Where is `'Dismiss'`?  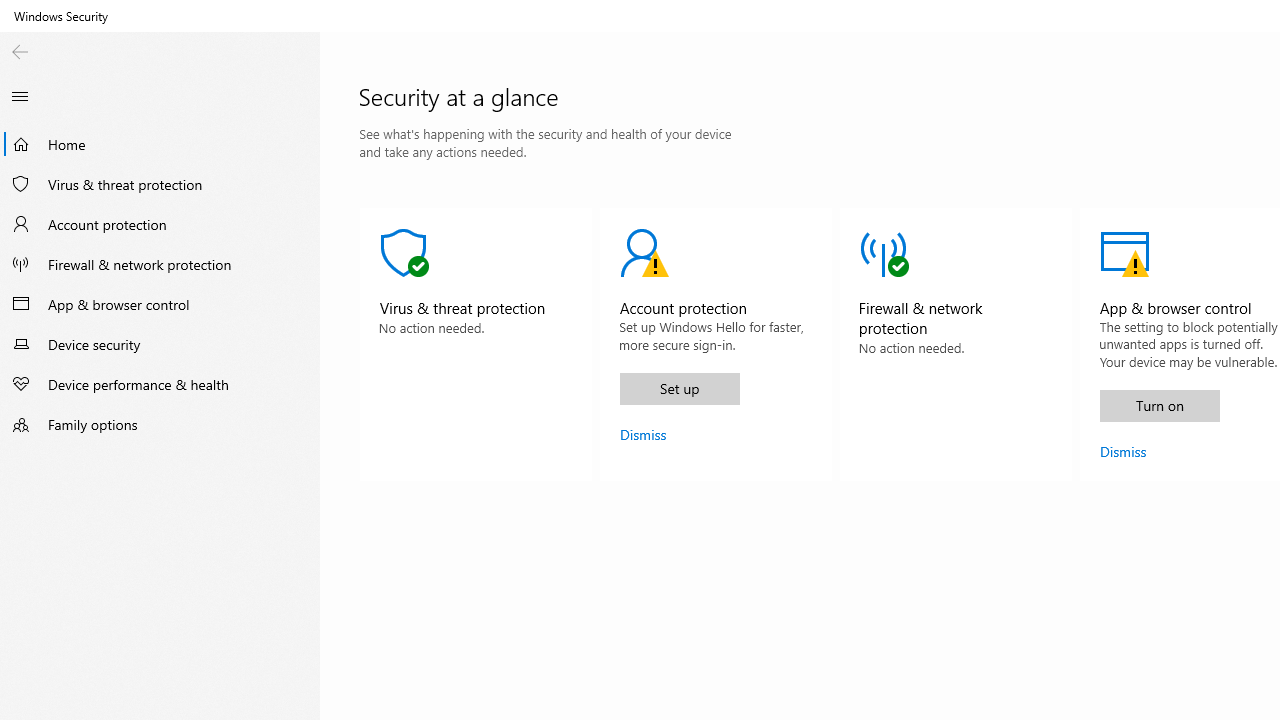
'Dismiss' is located at coordinates (1123, 451).